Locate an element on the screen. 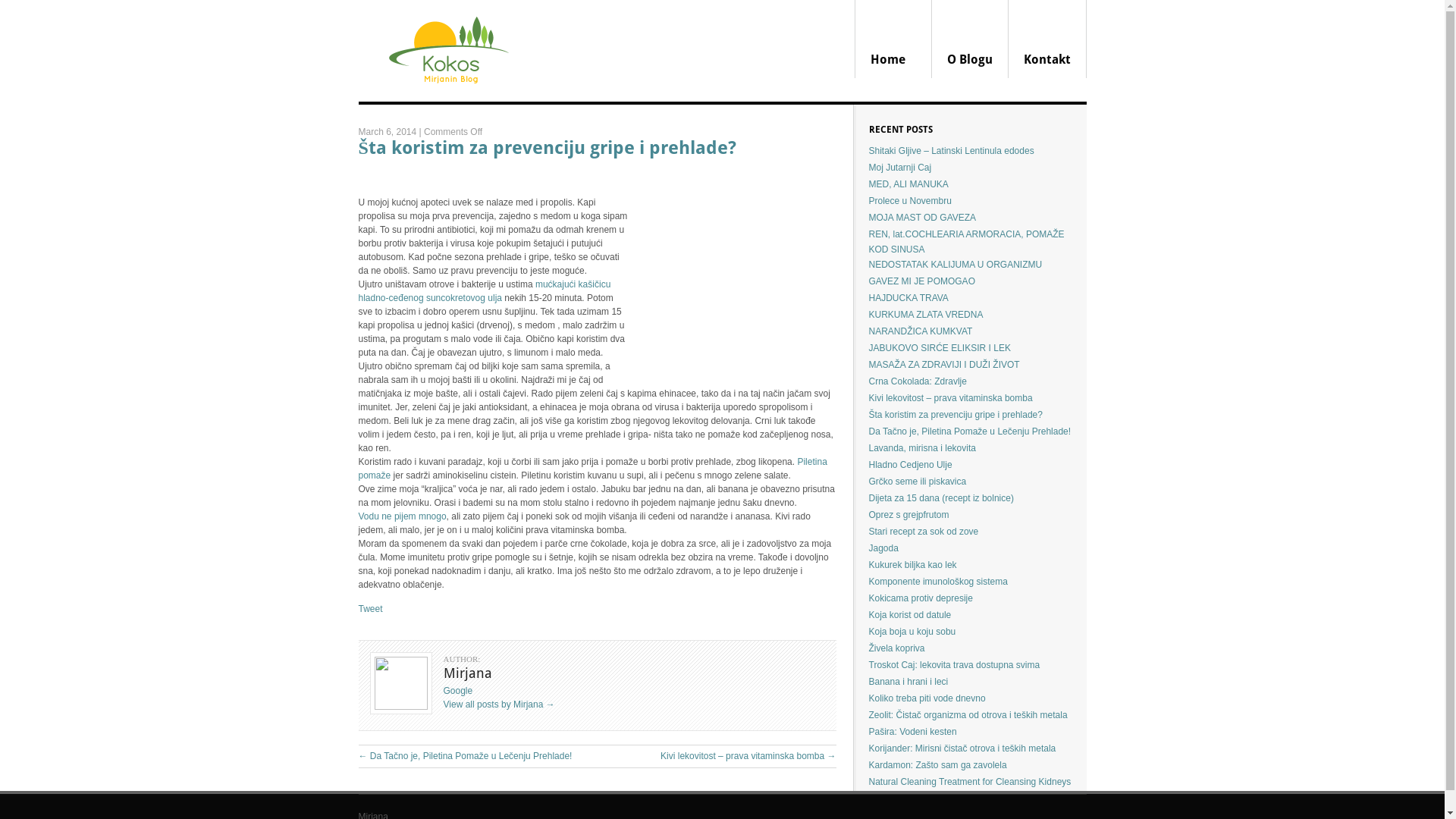 The image size is (1456, 819). 'Lavanda, mirisna i lekovita' is located at coordinates (921, 447).